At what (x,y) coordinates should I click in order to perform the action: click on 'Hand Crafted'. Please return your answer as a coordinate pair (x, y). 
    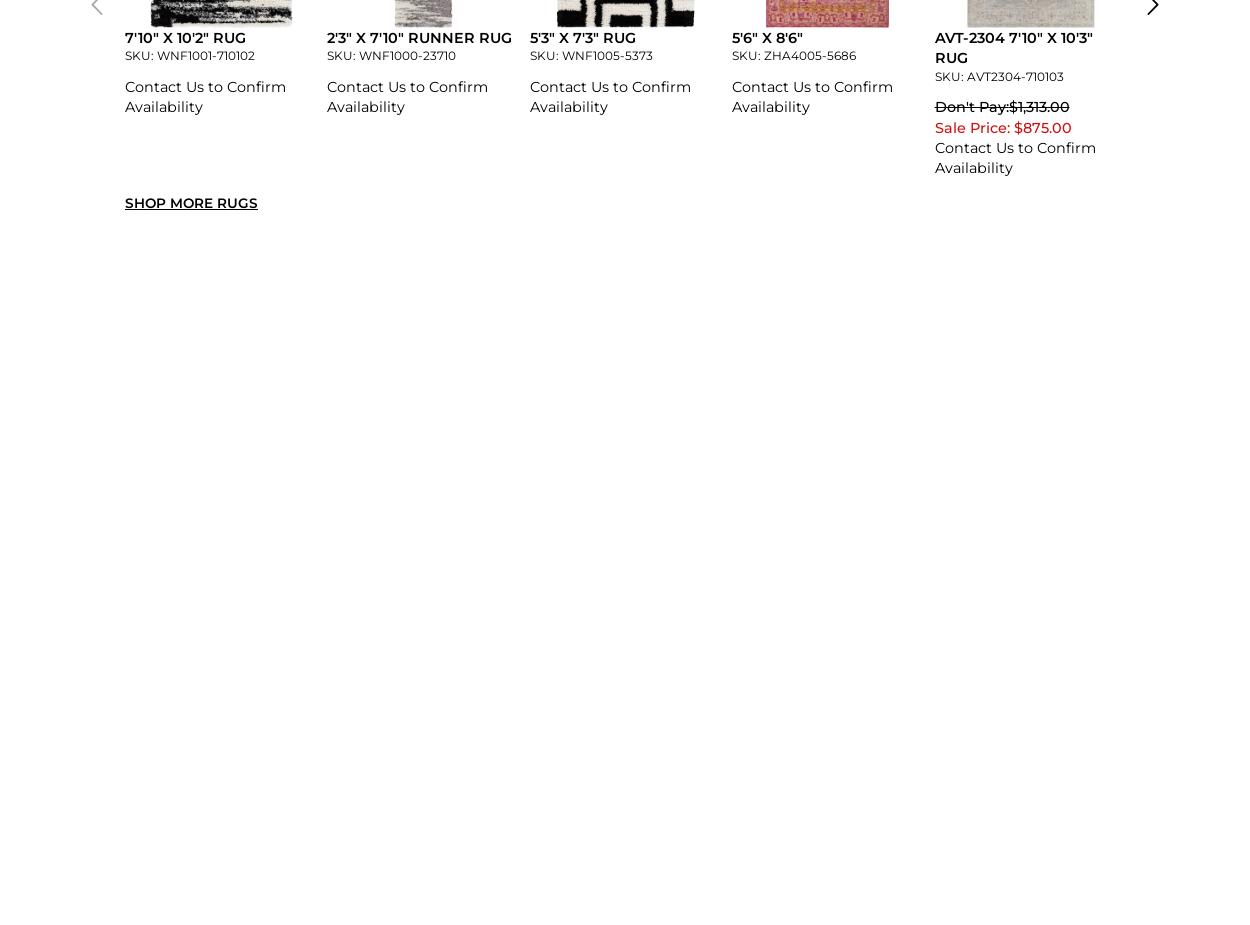
    Looking at the image, I should click on (377, 346).